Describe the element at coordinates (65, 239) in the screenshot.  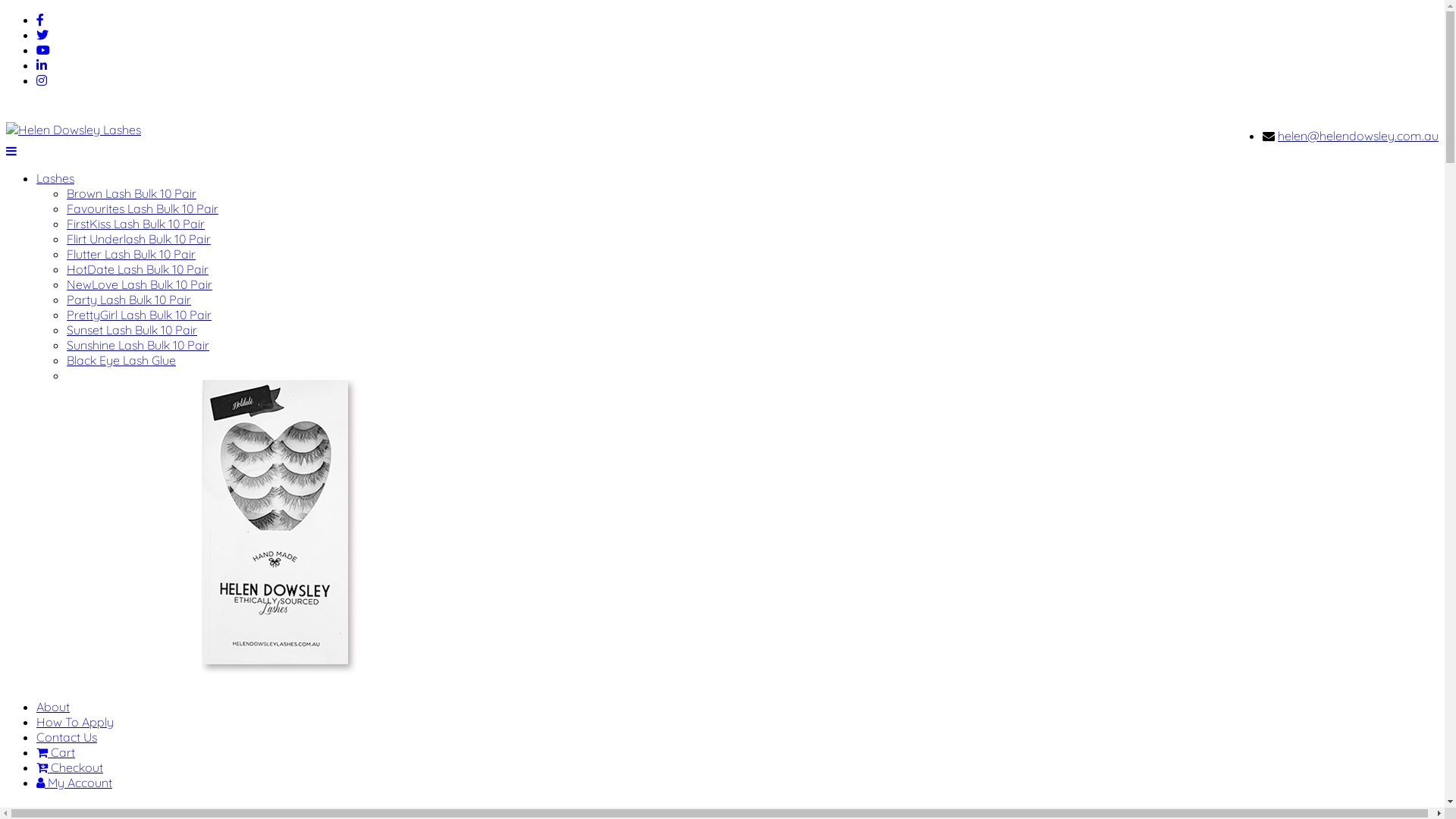
I see `'Flirt Underlash Bulk 10 Pair'` at that location.